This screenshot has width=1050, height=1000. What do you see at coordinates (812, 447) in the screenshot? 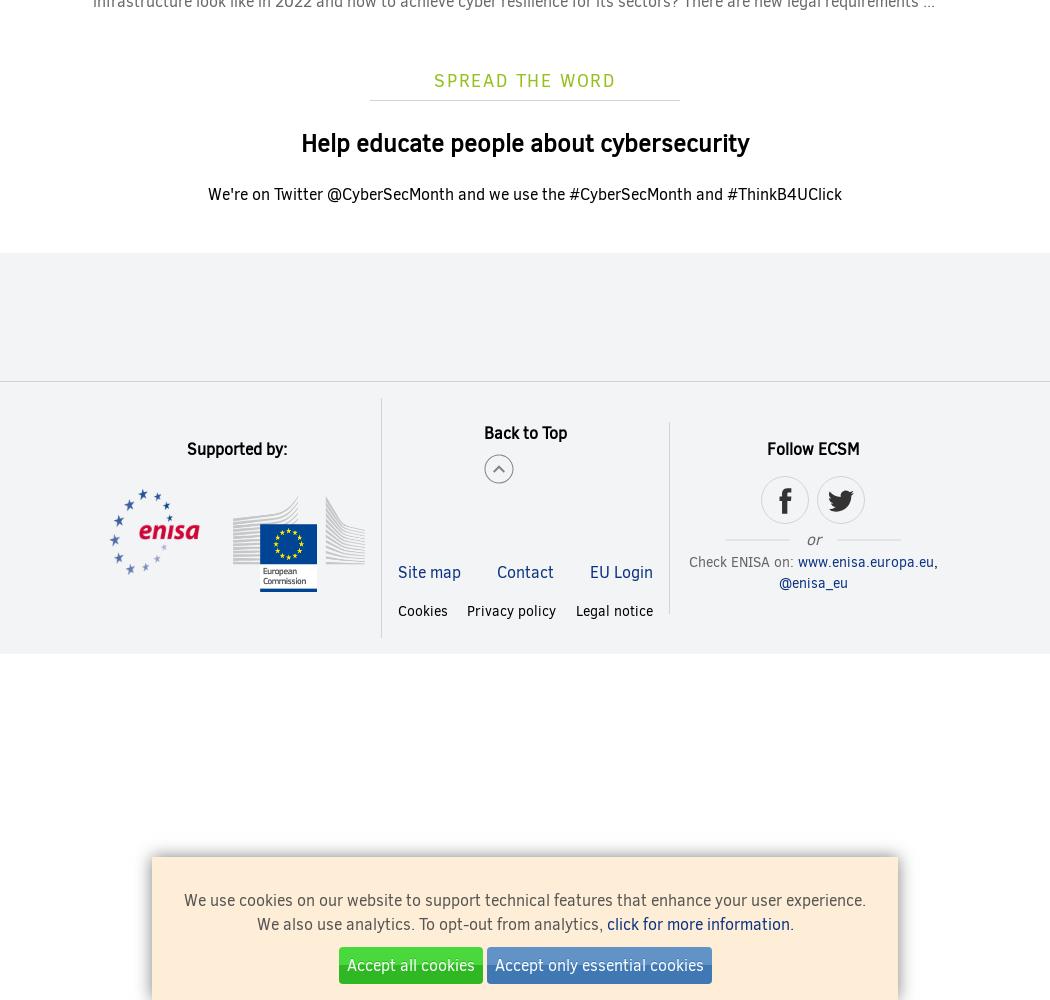
I see `'Follow ECSM'` at bounding box center [812, 447].